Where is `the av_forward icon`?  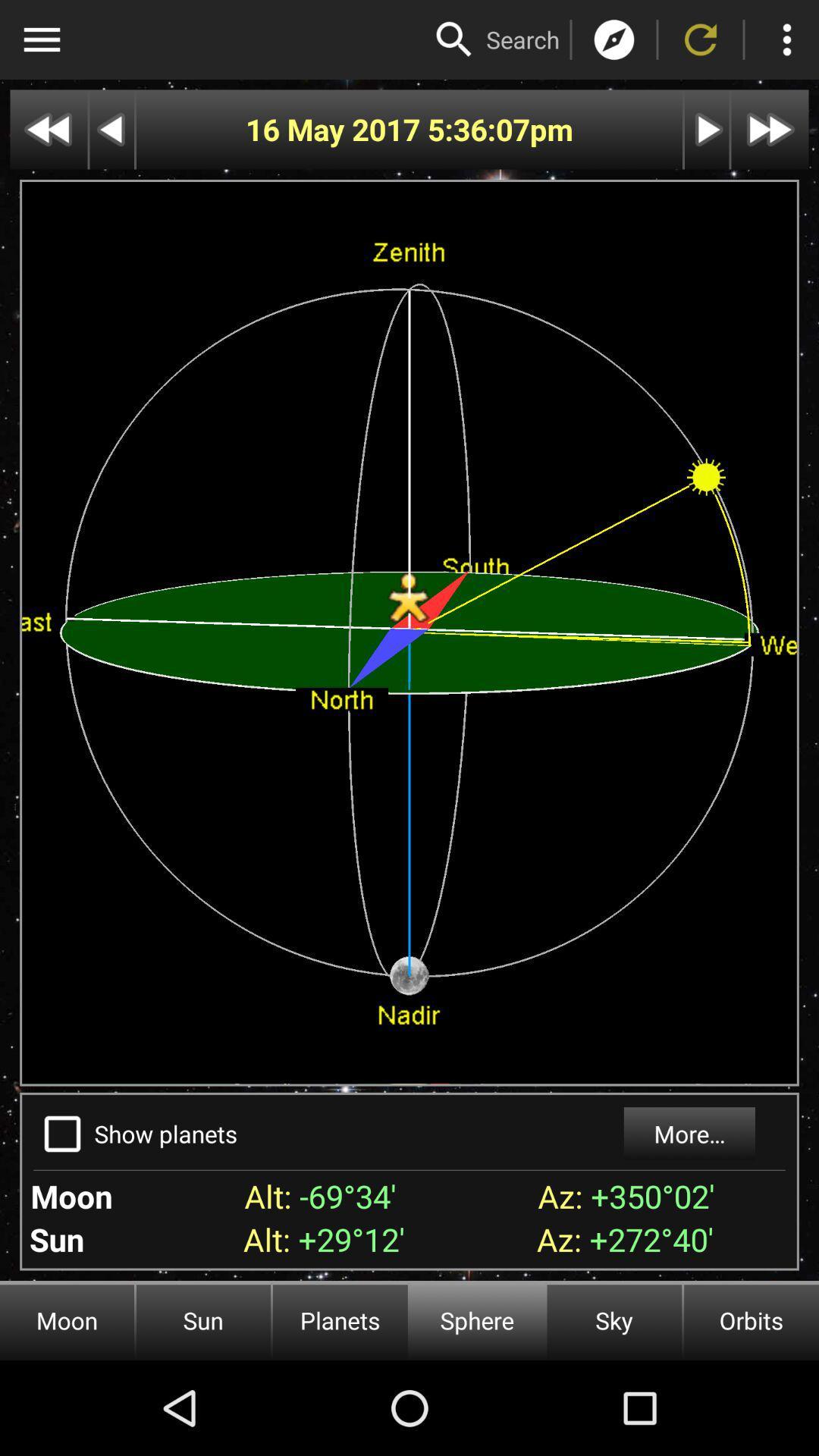
the av_forward icon is located at coordinates (770, 130).